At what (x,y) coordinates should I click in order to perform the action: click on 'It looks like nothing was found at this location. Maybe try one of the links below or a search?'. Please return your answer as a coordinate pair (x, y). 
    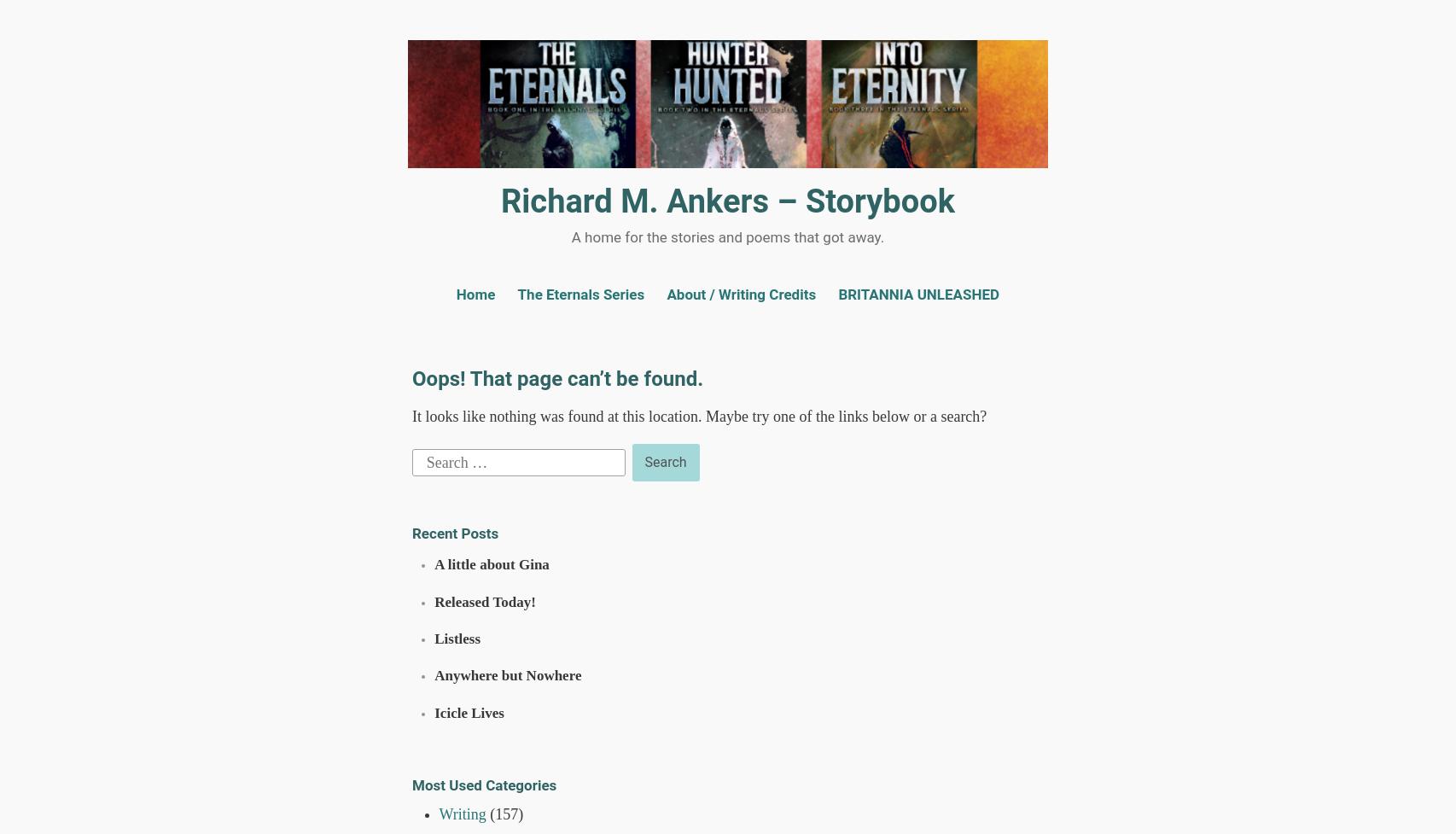
    Looking at the image, I should click on (698, 416).